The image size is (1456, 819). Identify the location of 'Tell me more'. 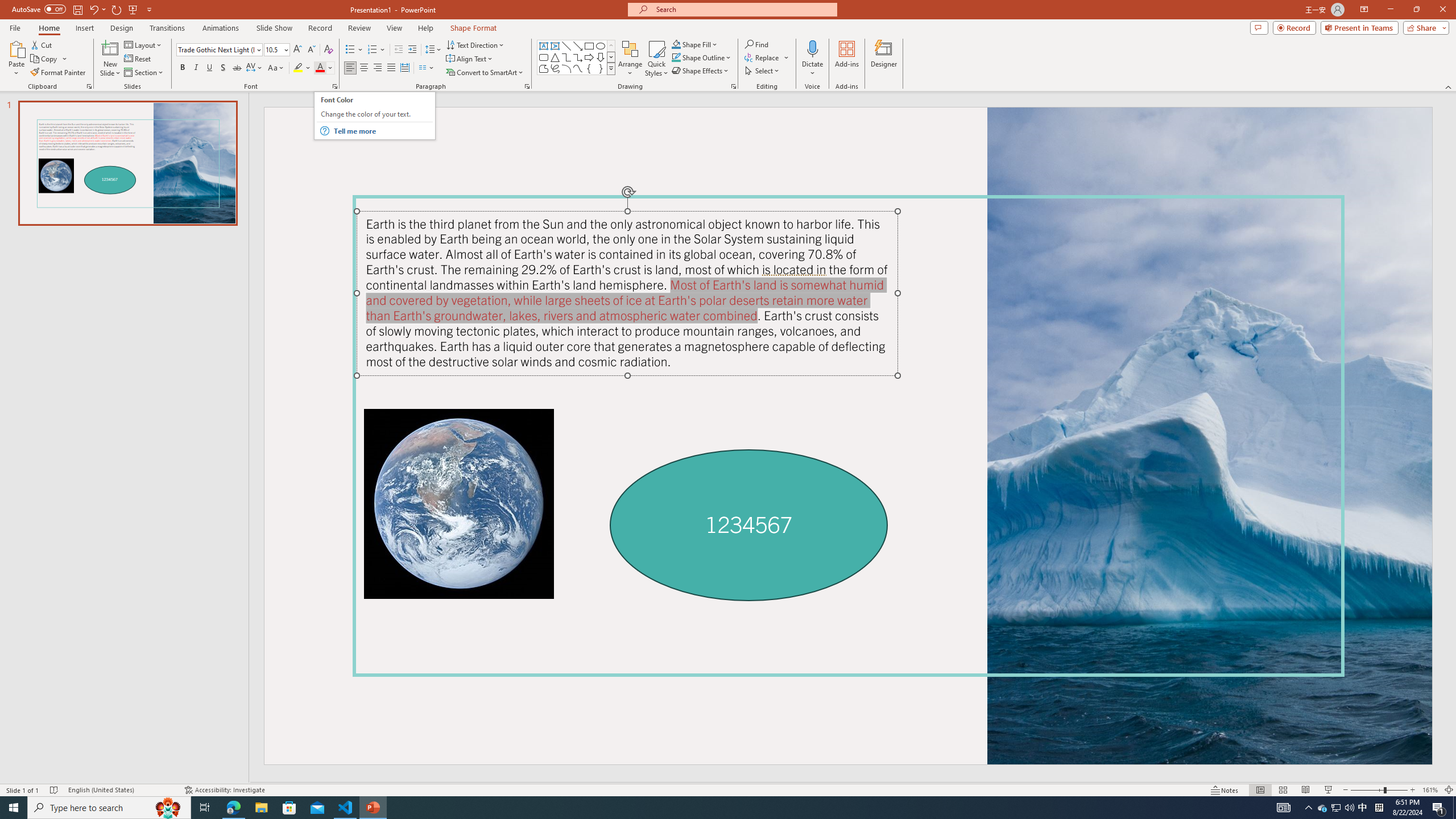
(382, 130).